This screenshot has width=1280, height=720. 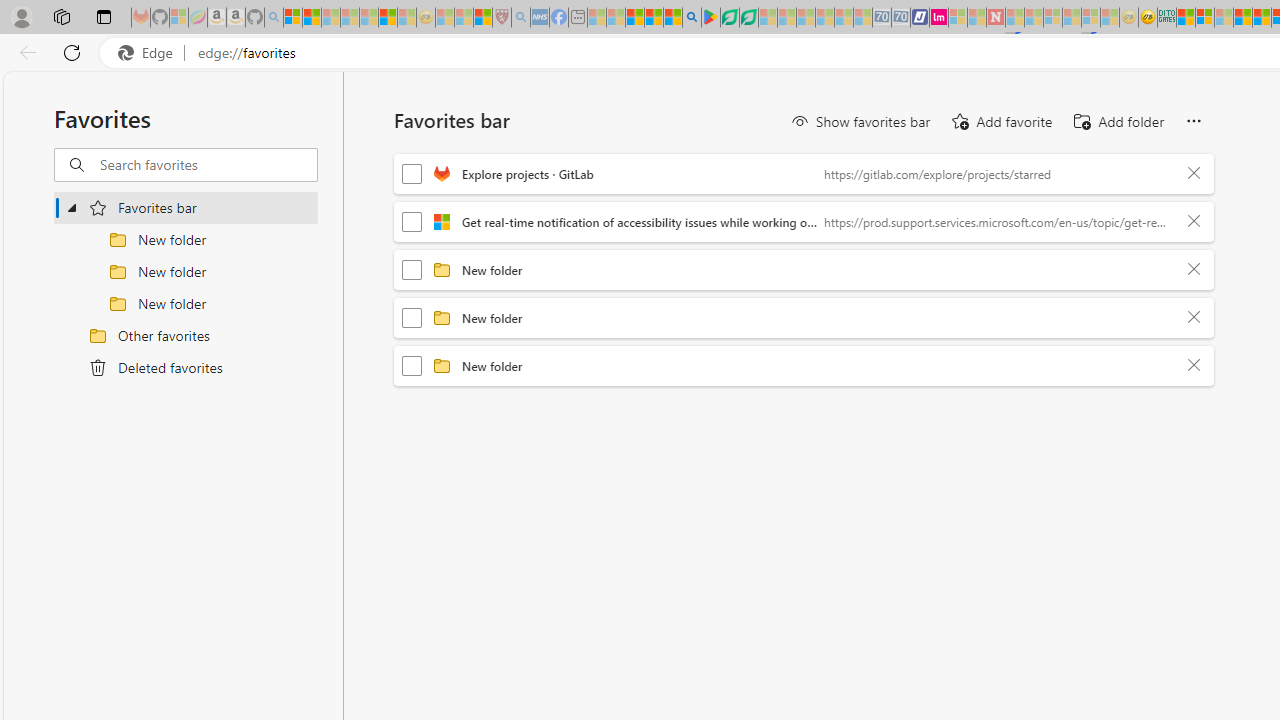 I want to click on '14 Common Myths Debunked By Scientific Facts - Sleeping', so click(x=1034, y=17).